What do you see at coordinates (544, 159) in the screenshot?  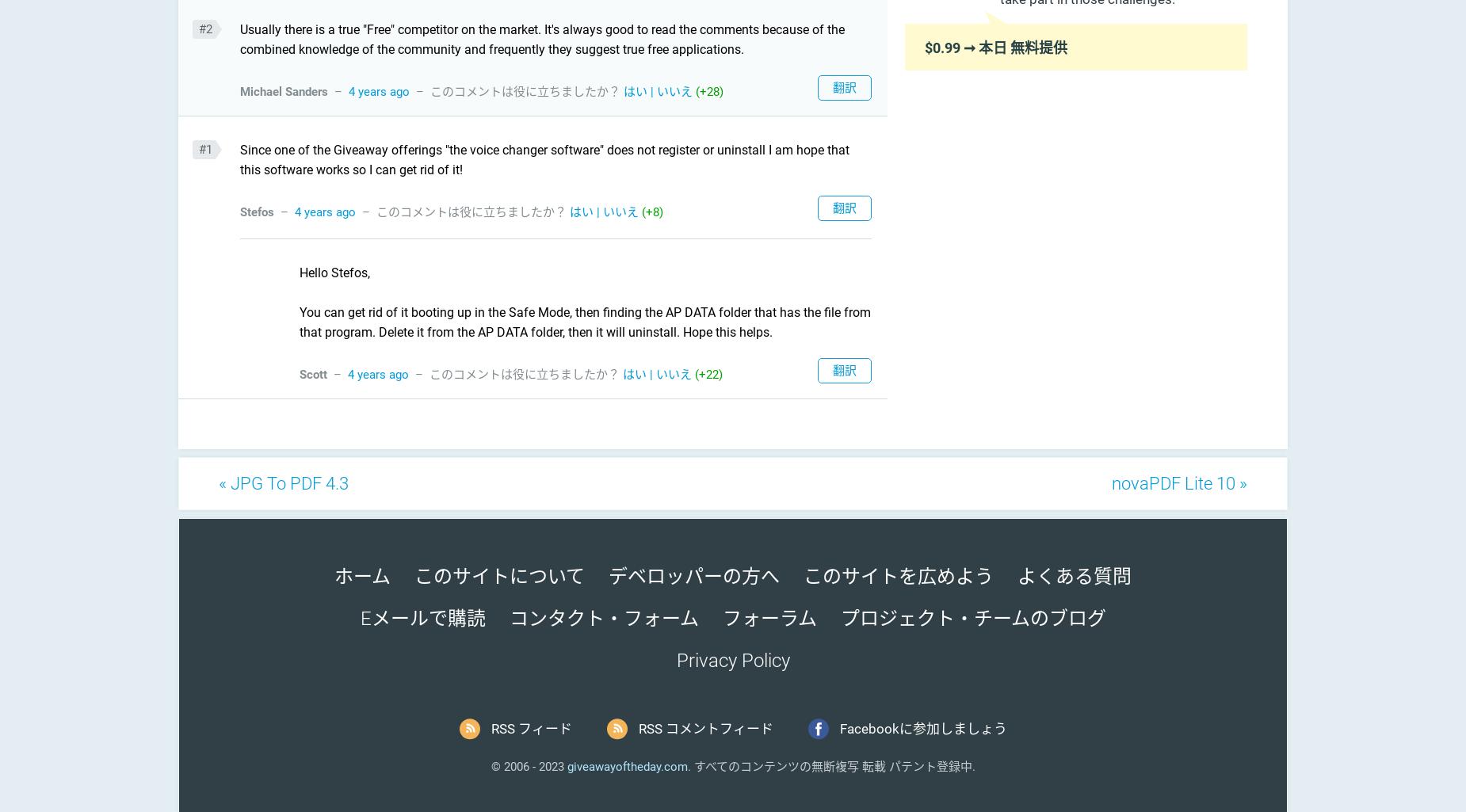 I see `'Since one of the Giveaway offerings "the voice changer software" does not register or uninstall I am hope that this software works so I can get rid of it!'` at bounding box center [544, 159].